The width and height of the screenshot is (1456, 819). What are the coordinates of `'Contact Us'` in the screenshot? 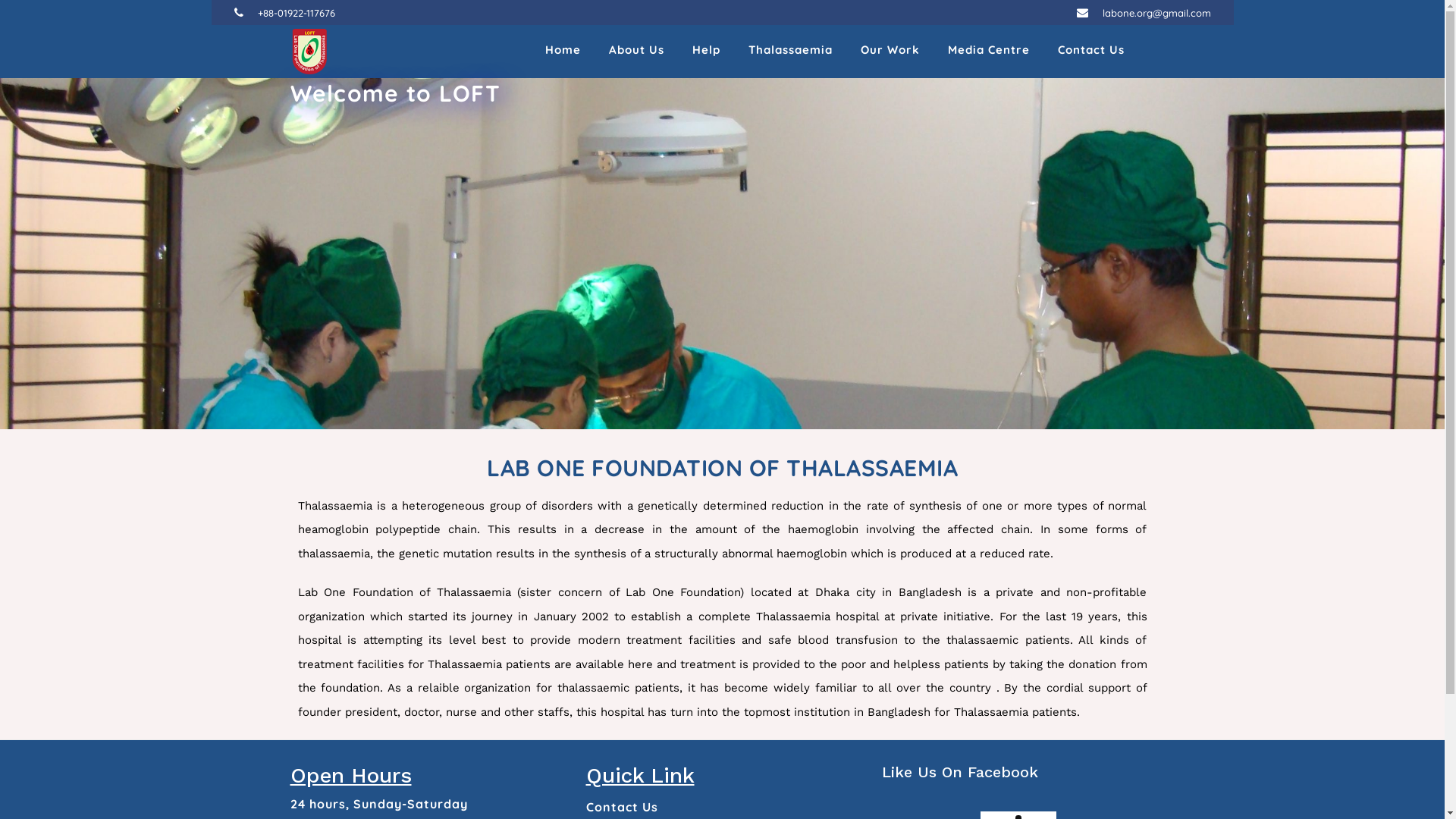 It's located at (621, 806).